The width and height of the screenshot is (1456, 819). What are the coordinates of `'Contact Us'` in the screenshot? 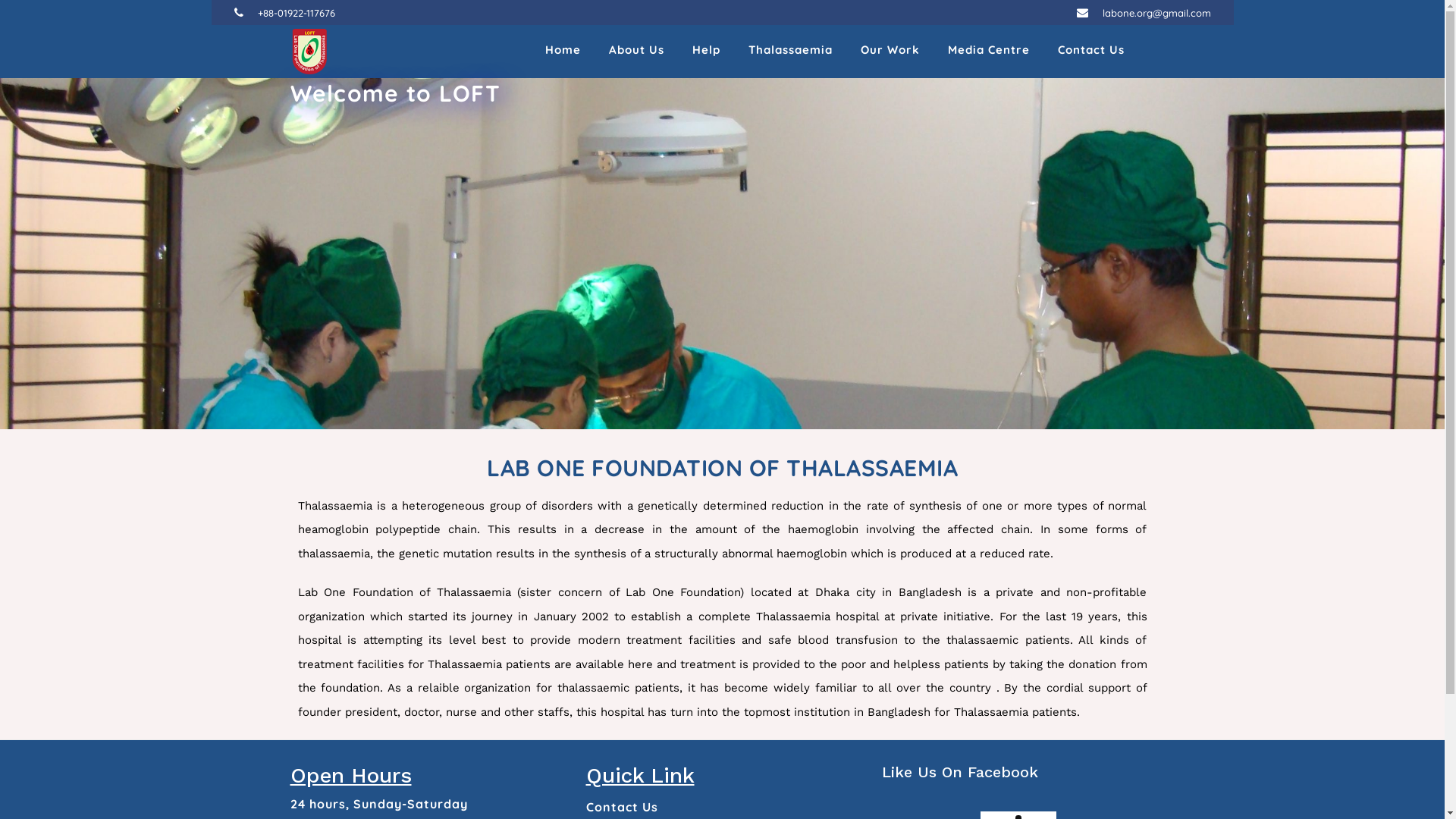 It's located at (621, 806).